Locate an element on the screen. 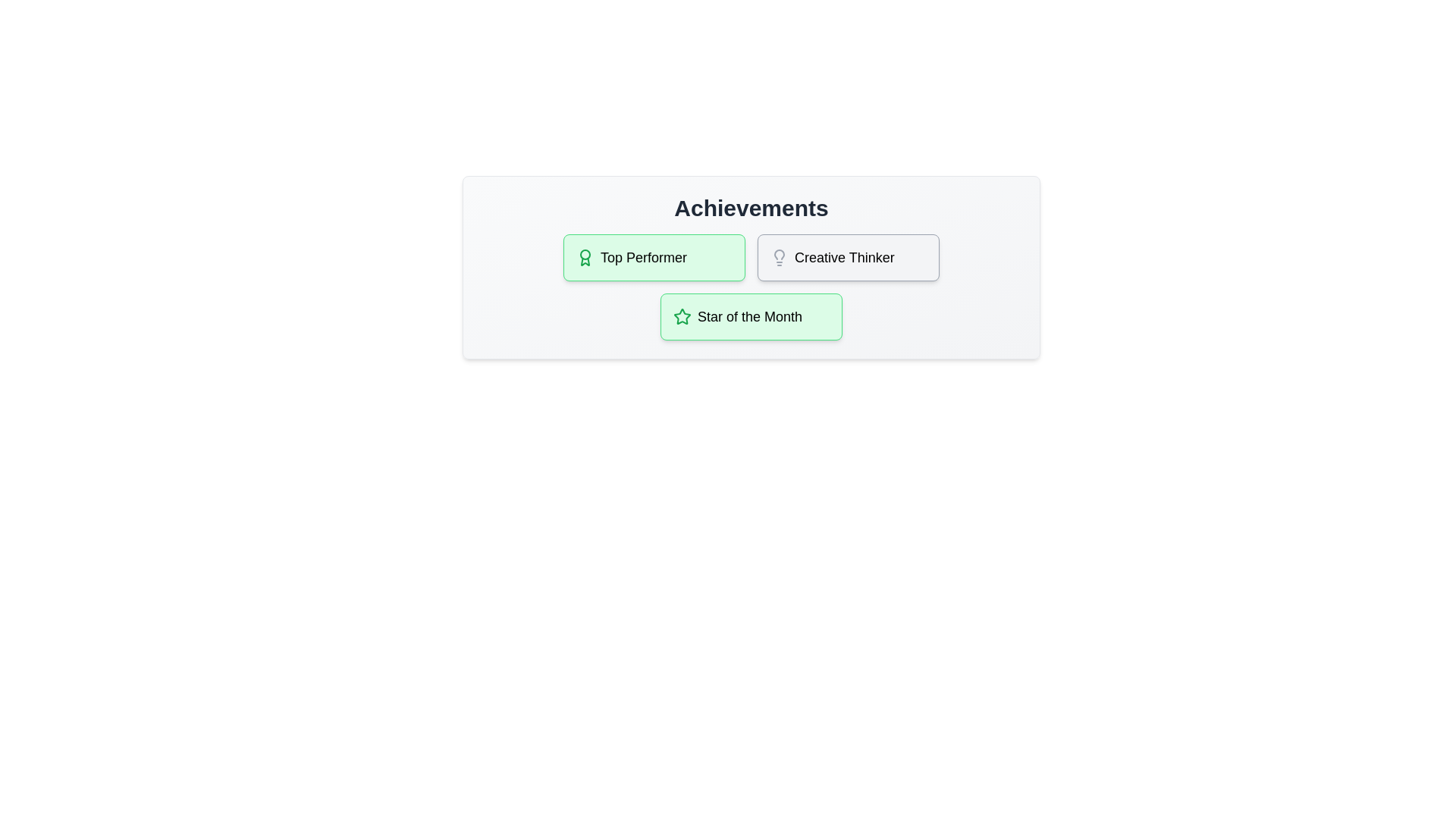 This screenshot has height=819, width=1456. the achievement titled Creative Thinker to view its details is located at coordinates (847, 256).